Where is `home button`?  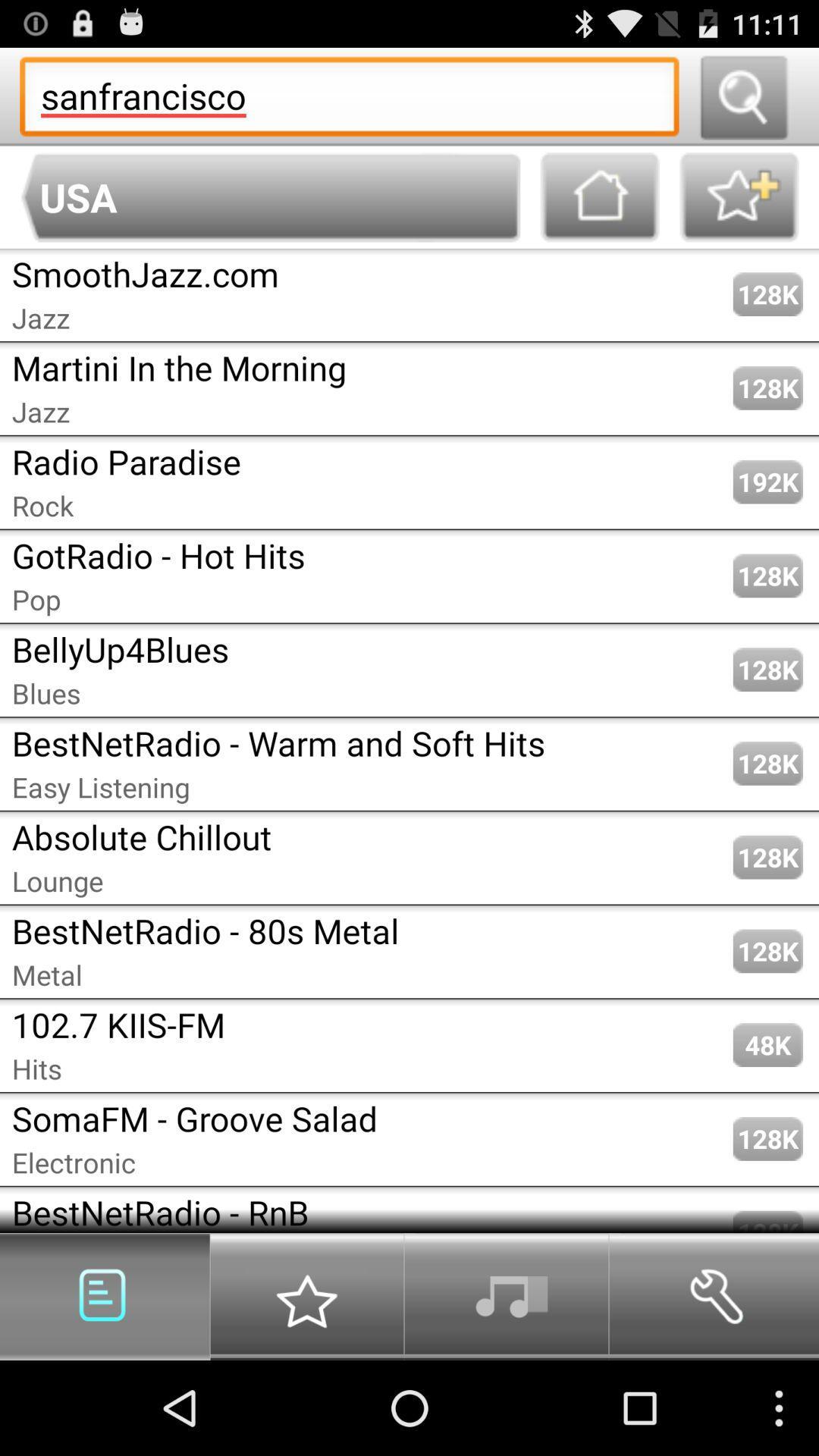 home button is located at coordinates (599, 196).